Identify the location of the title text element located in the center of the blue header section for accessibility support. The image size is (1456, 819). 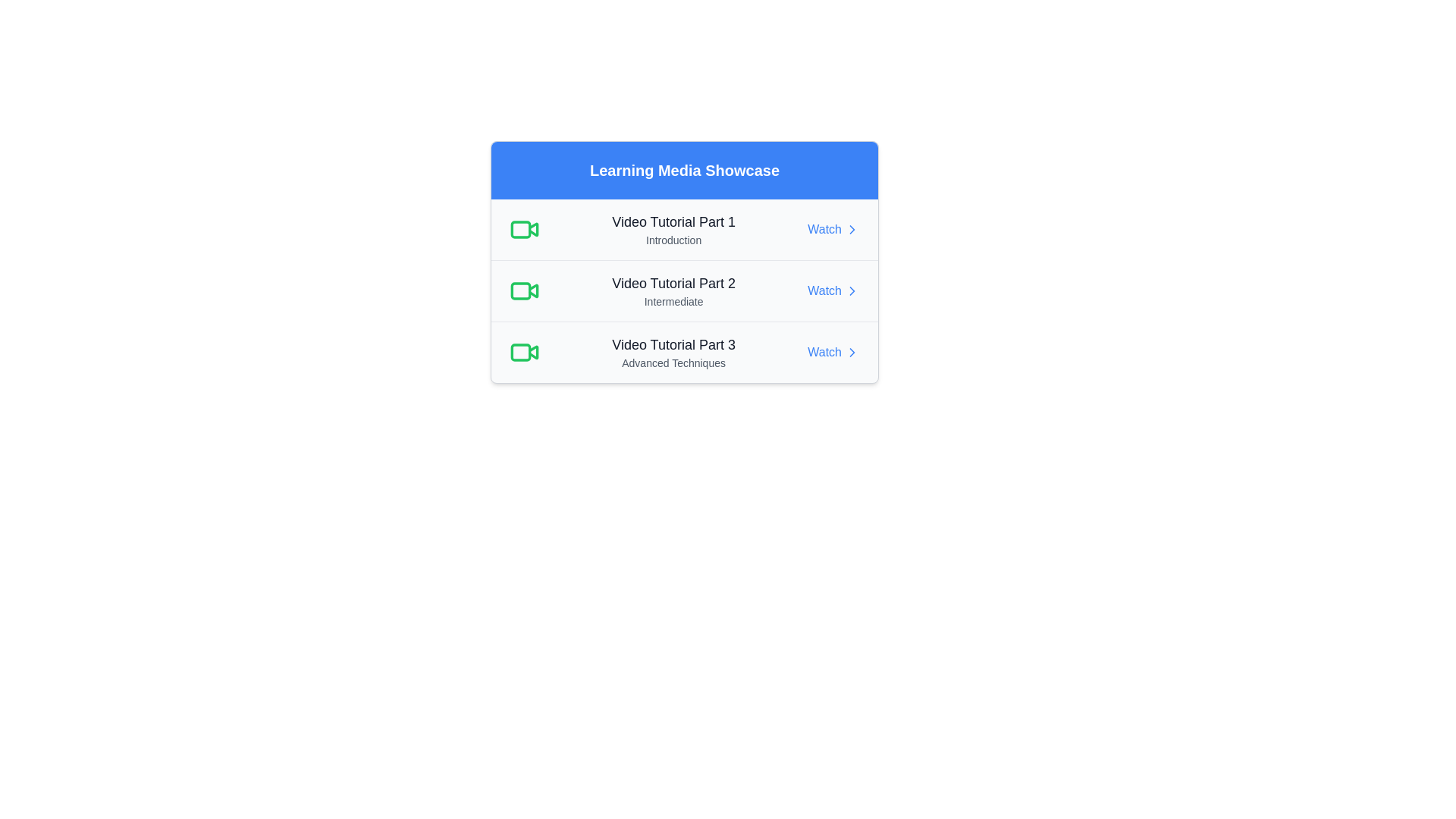
(683, 170).